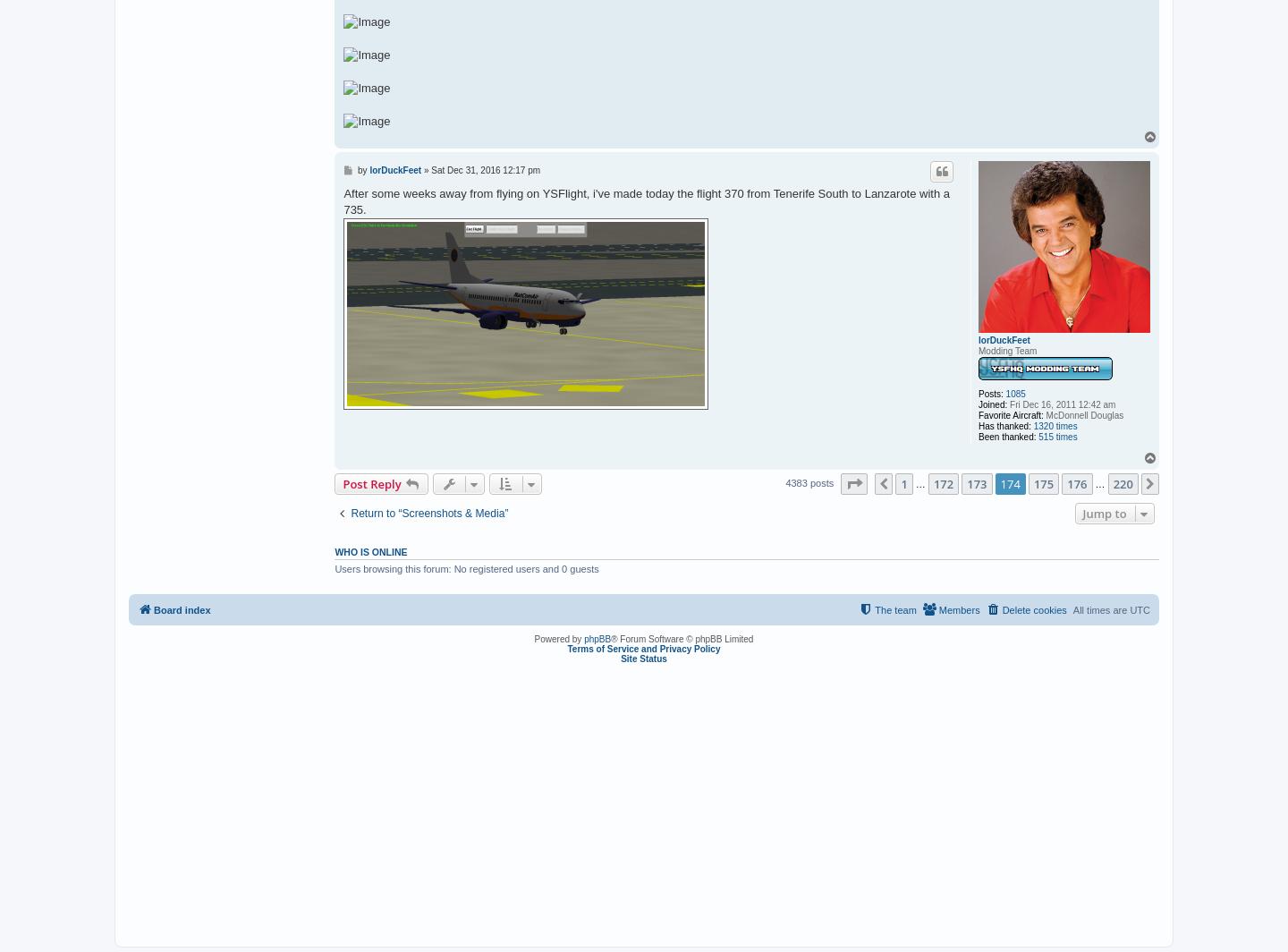 This screenshot has width=1288, height=952. What do you see at coordinates (1001, 610) in the screenshot?
I see `'Delete cookies'` at bounding box center [1001, 610].